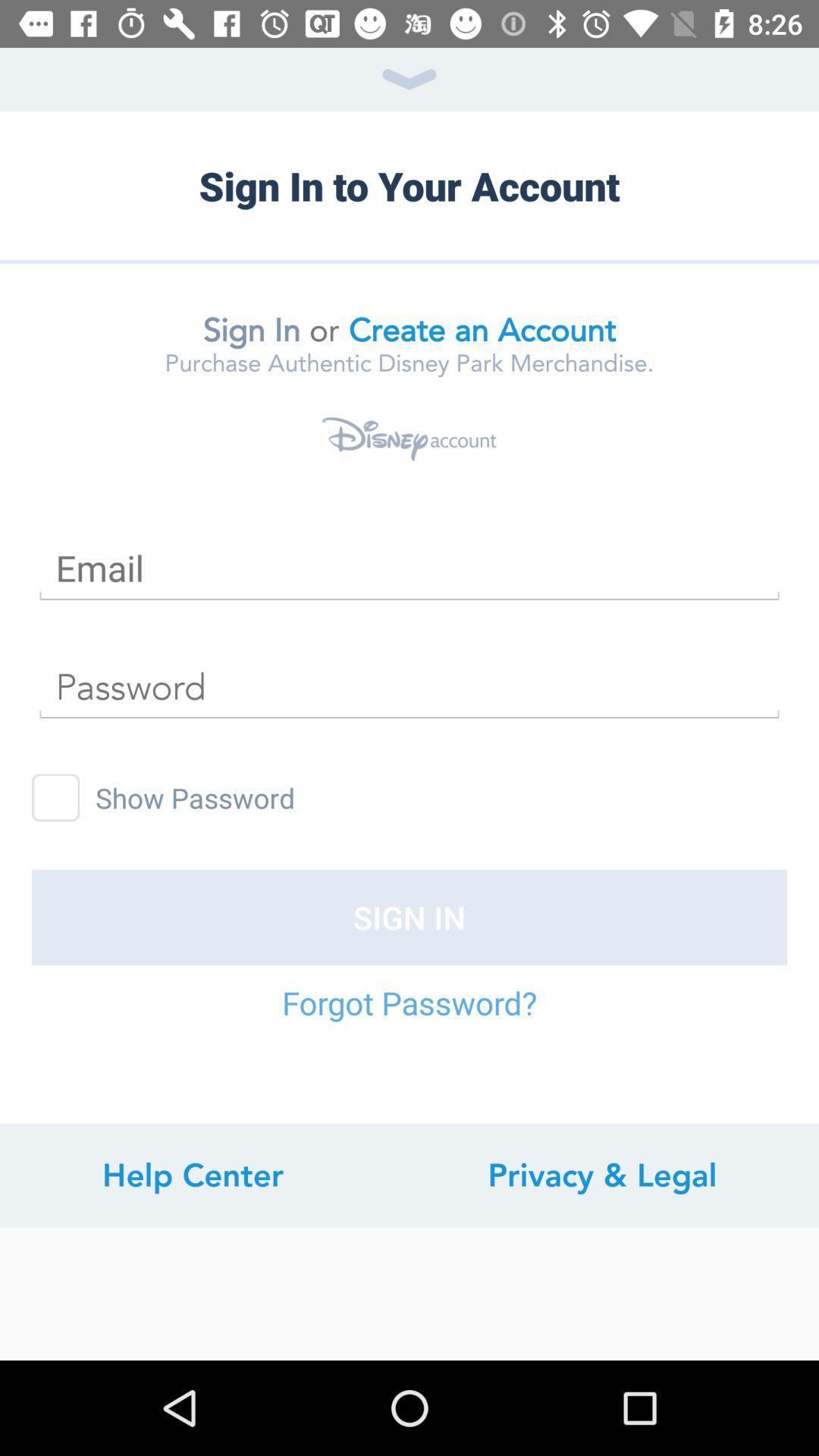 The height and width of the screenshot is (1456, 819). Describe the element at coordinates (409, 567) in the screenshot. I see `email` at that location.